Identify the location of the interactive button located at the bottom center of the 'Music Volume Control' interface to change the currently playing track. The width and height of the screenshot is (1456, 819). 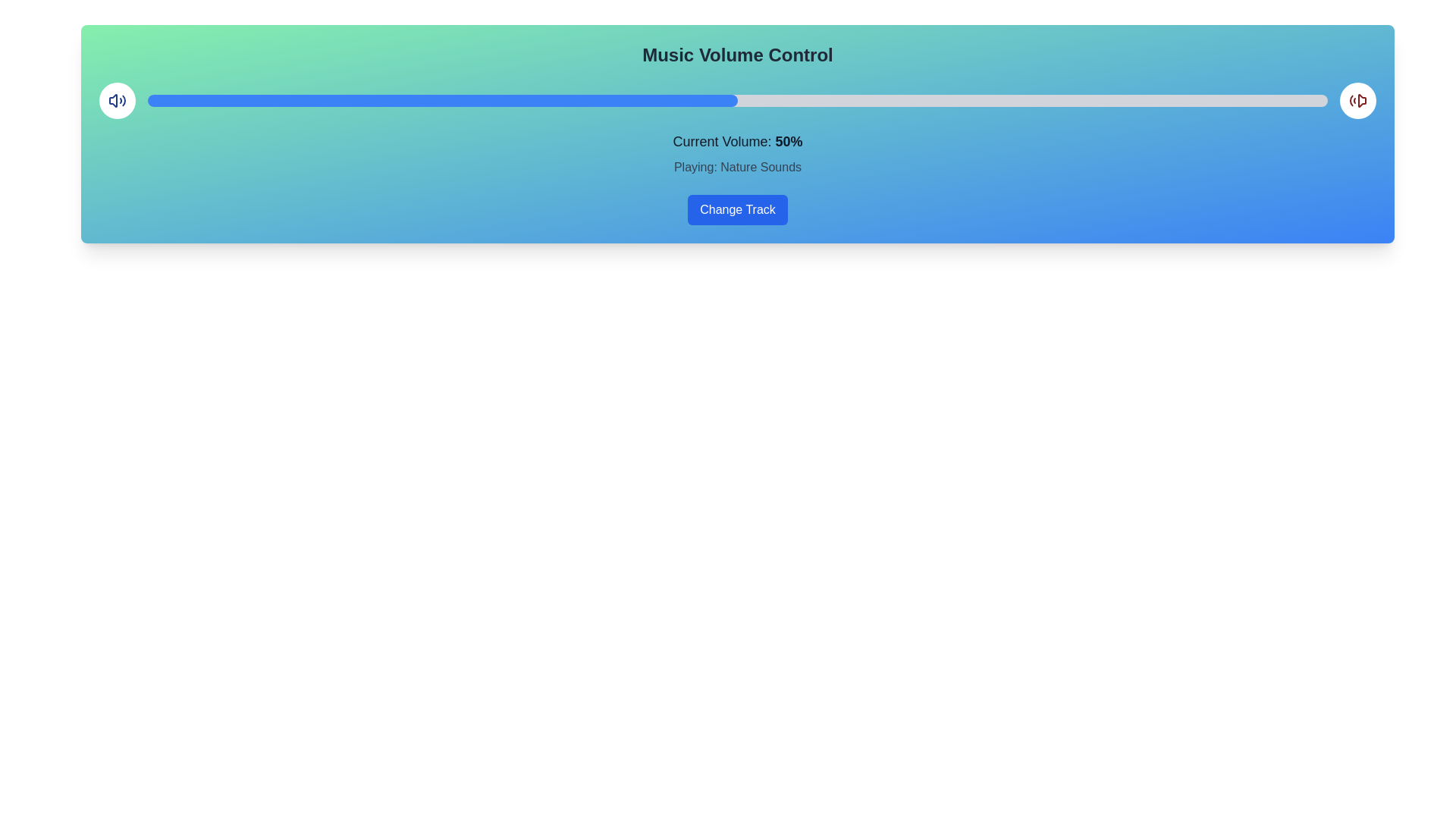
(738, 210).